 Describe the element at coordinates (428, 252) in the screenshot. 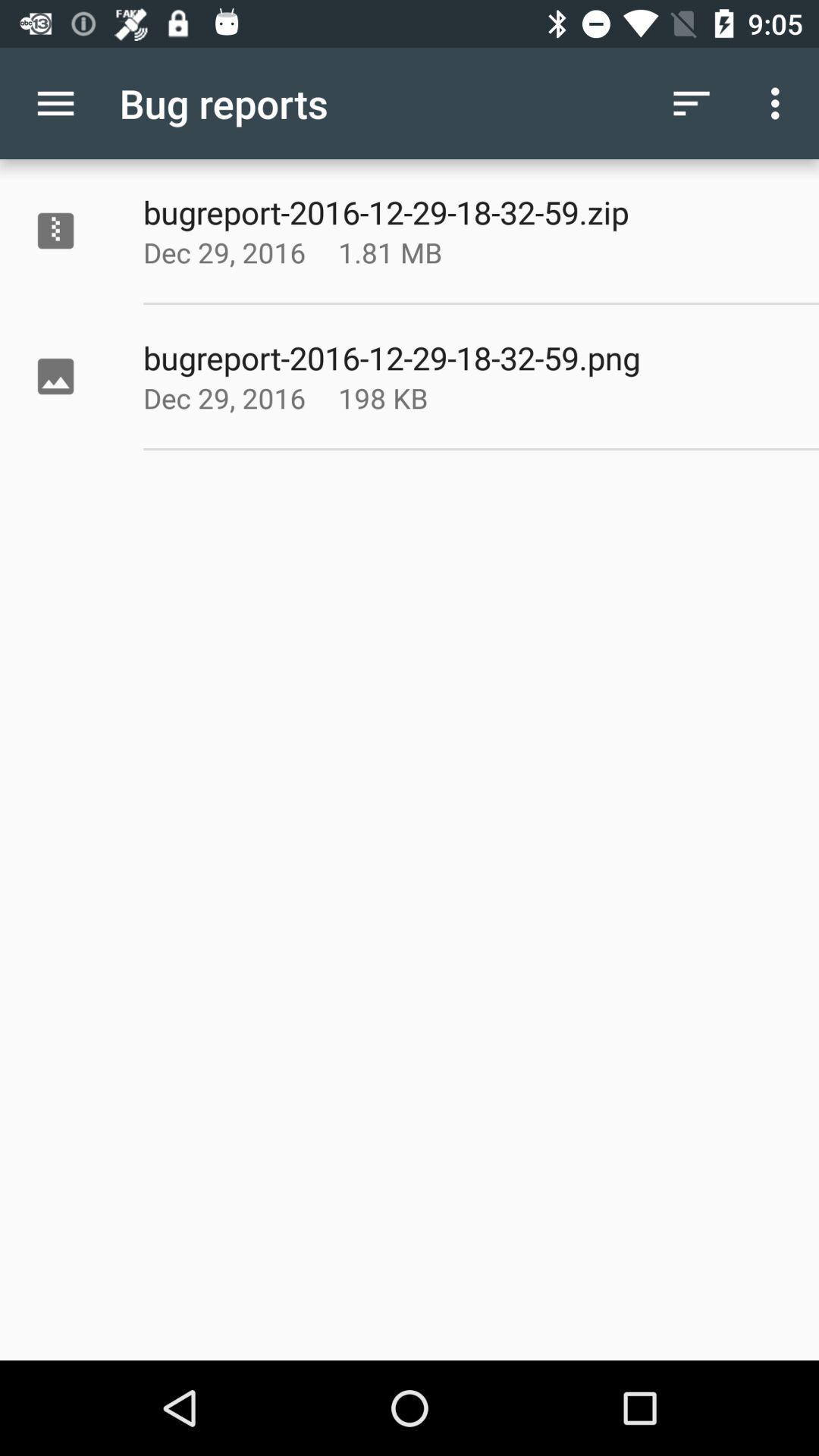

I see `app to the right of the dec 29, 2016 icon` at that location.